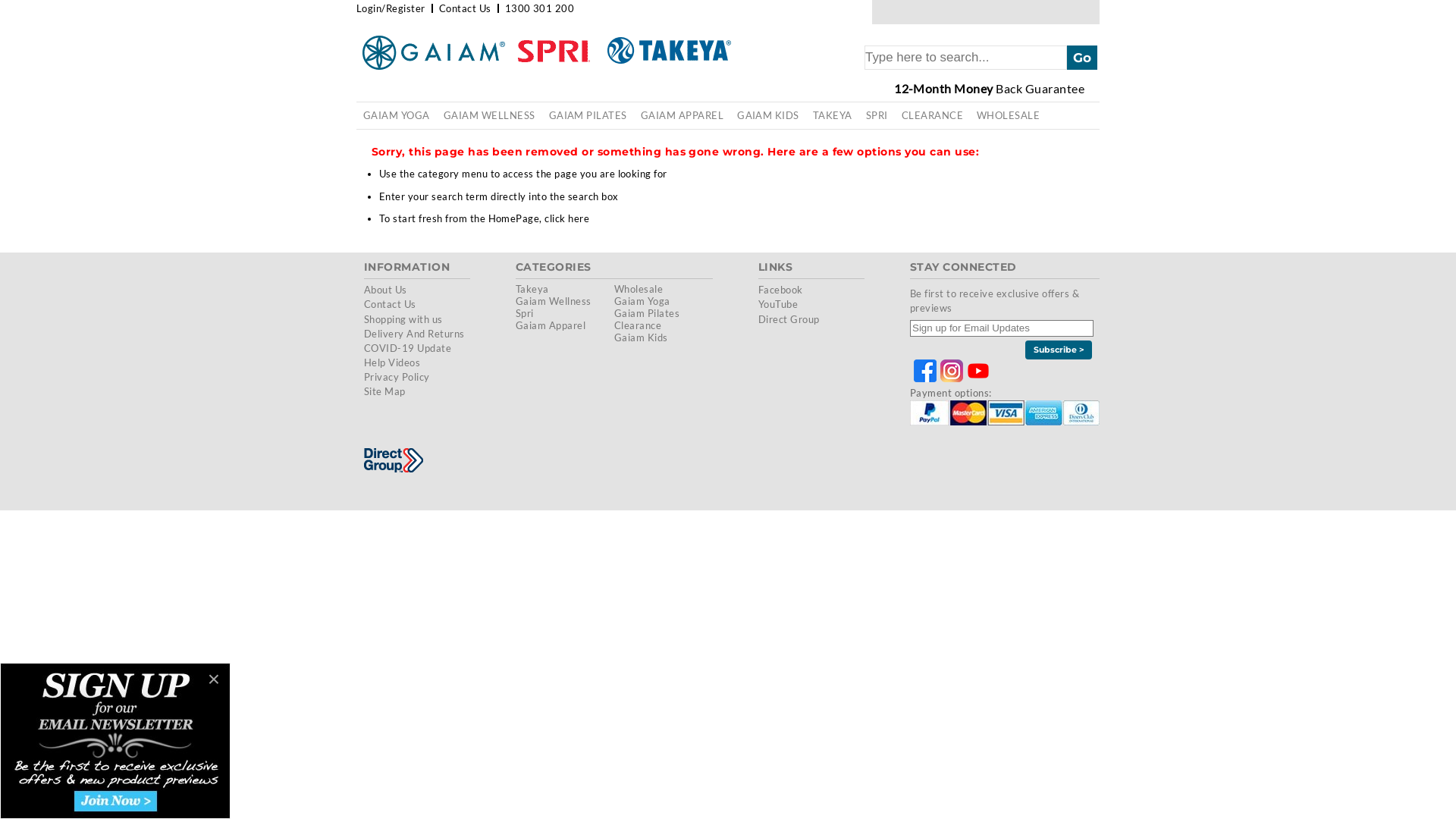  I want to click on 'Gaiam Yoga', so click(614, 301).